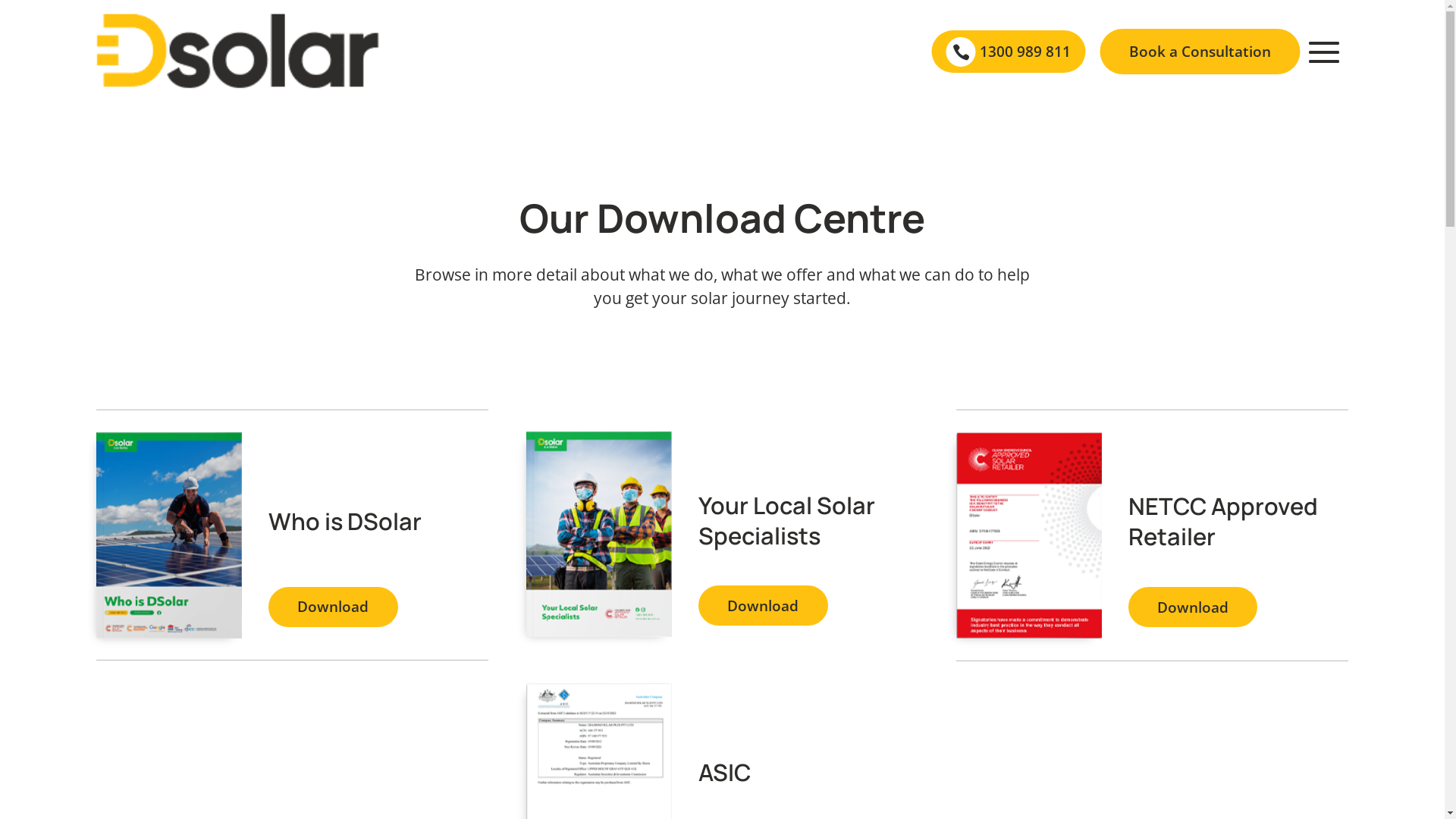  What do you see at coordinates (1128, 519) in the screenshot?
I see `'NETCC Approved Retailer'` at bounding box center [1128, 519].